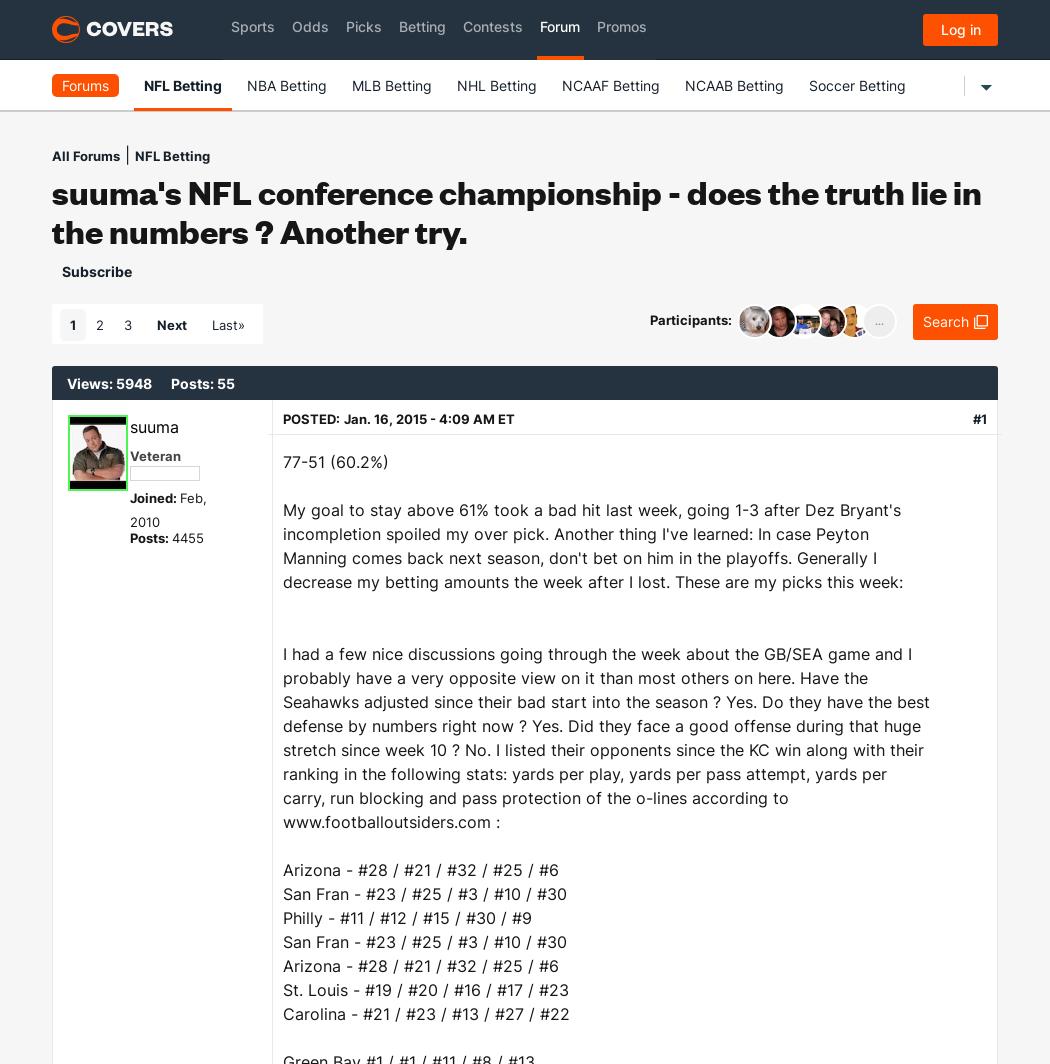  What do you see at coordinates (311, 418) in the screenshot?
I see `'Posted:'` at bounding box center [311, 418].